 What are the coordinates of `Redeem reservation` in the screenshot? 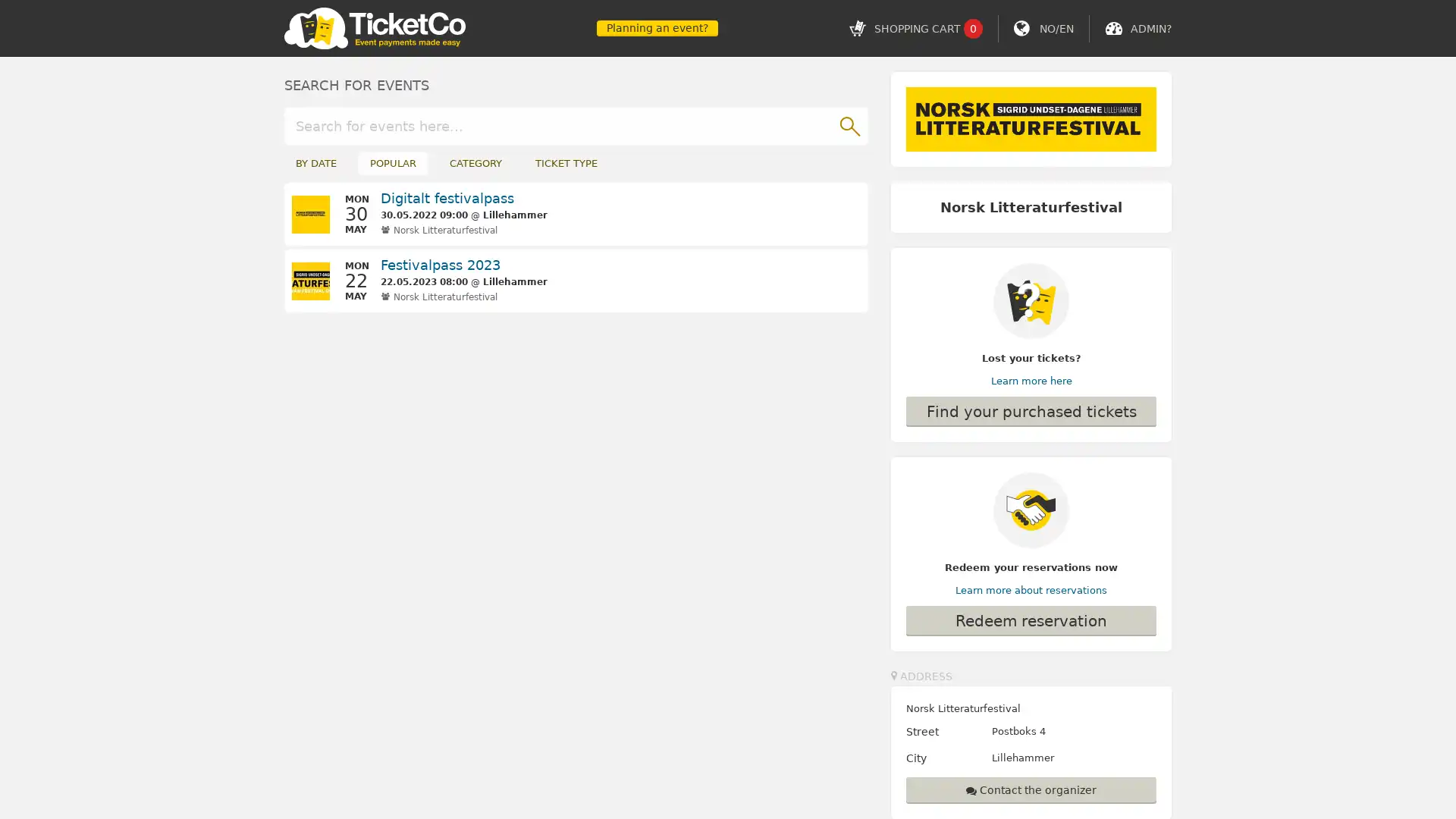 It's located at (1031, 620).